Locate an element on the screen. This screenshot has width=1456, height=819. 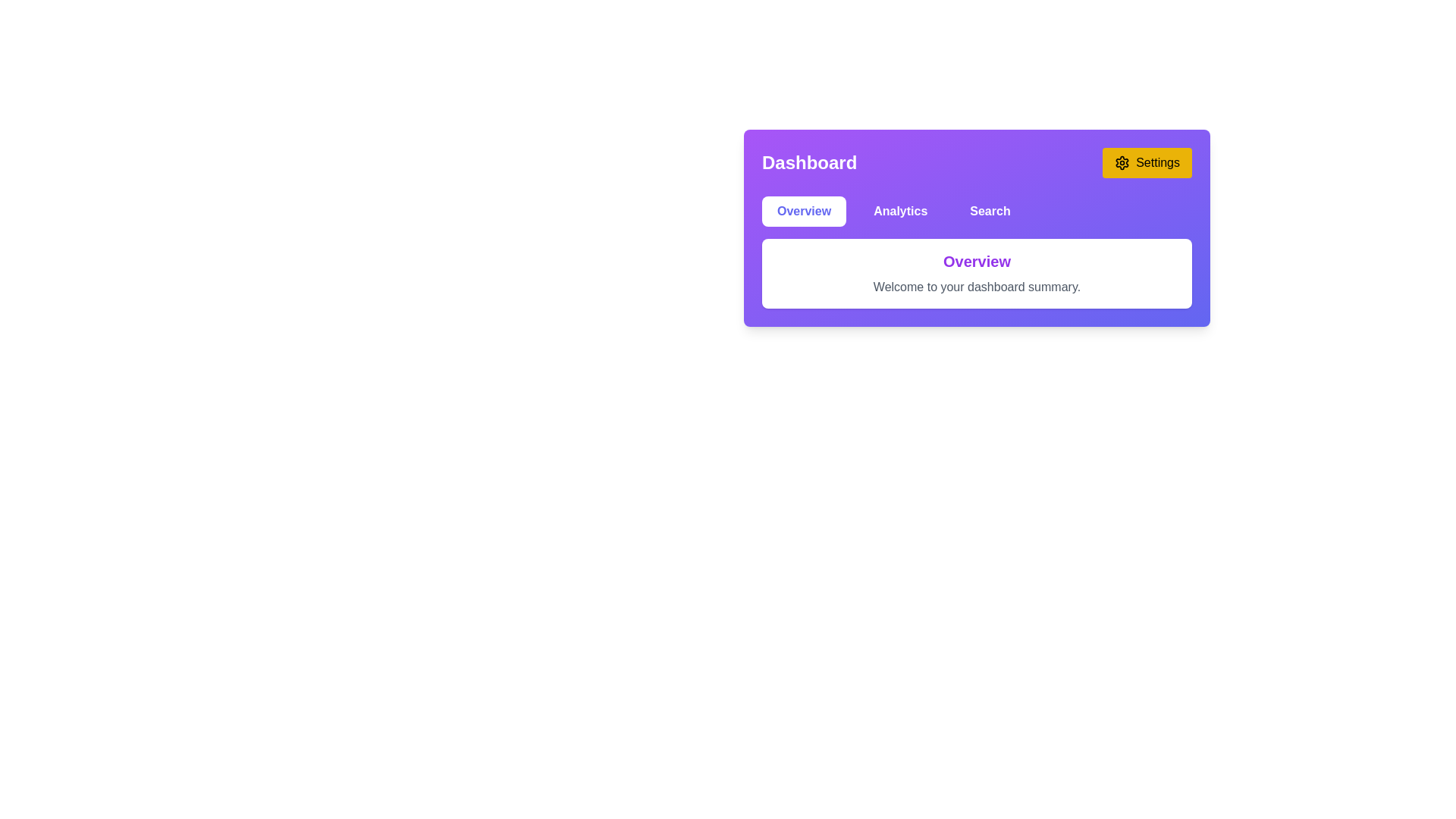
the text label that provides a summary message or introduction to the dashboard, located below the 'Overview' title in the purple dashboard interface is located at coordinates (977, 287).